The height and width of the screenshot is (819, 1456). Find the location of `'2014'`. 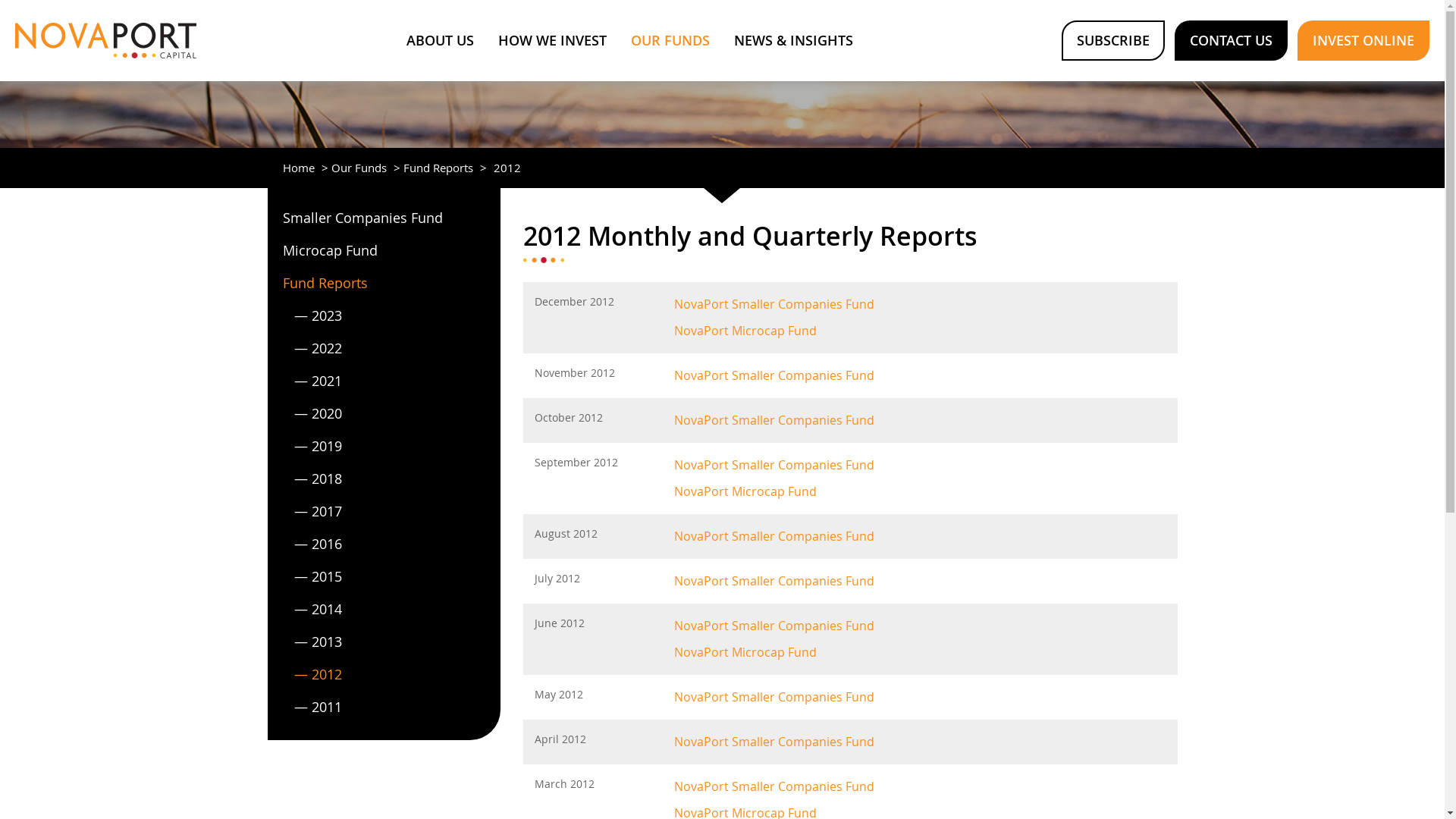

'2014' is located at coordinates (282, 602).